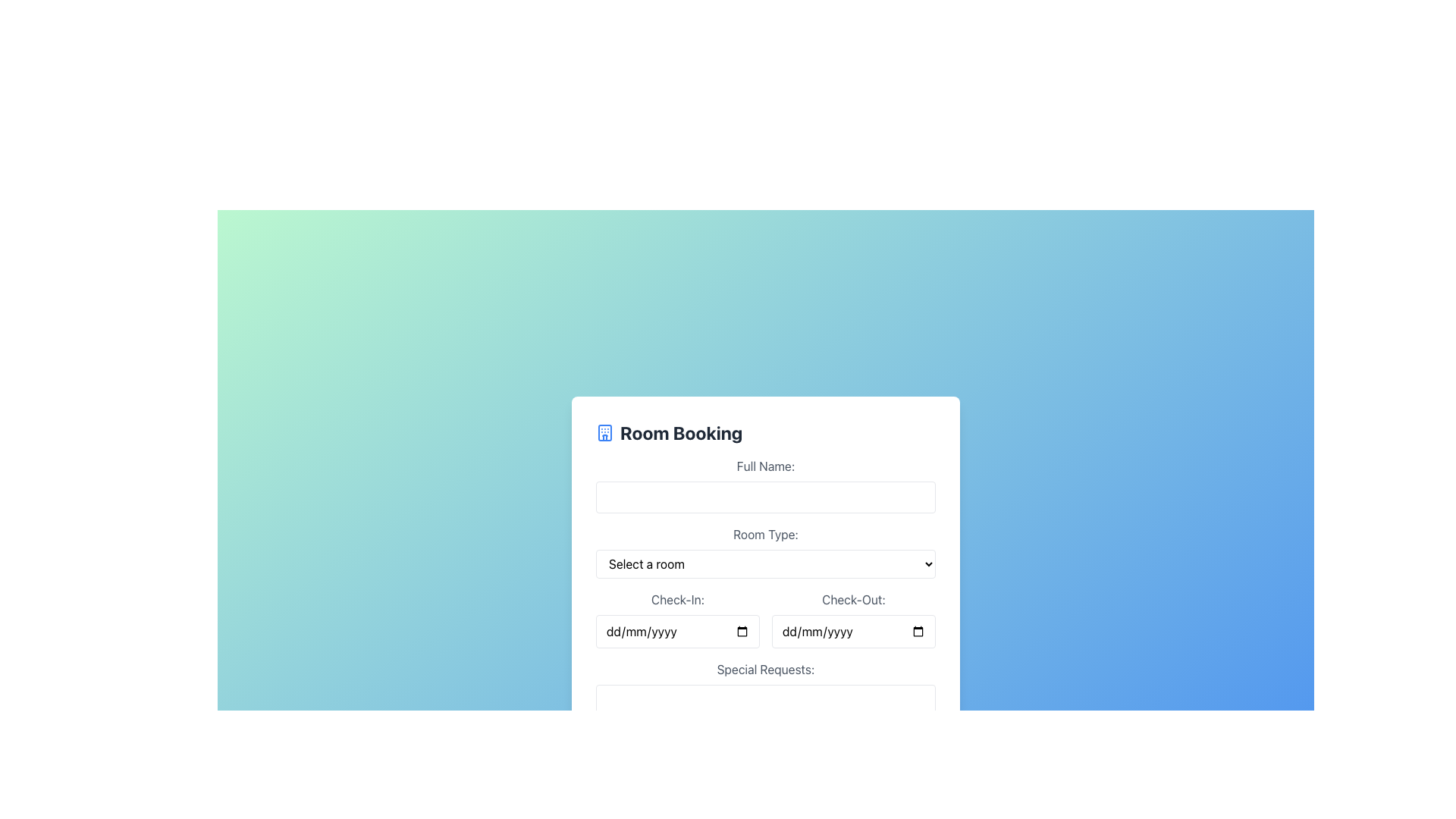 The height and width of the screenshot is (819, 1456). I want to click on the dropdown menu for selecting room type, which is positioned second in the layout group of the form, below the 'Full Name' input field and above the 'Check-In' and 'Check-Out' date fields, so click(765, 552).